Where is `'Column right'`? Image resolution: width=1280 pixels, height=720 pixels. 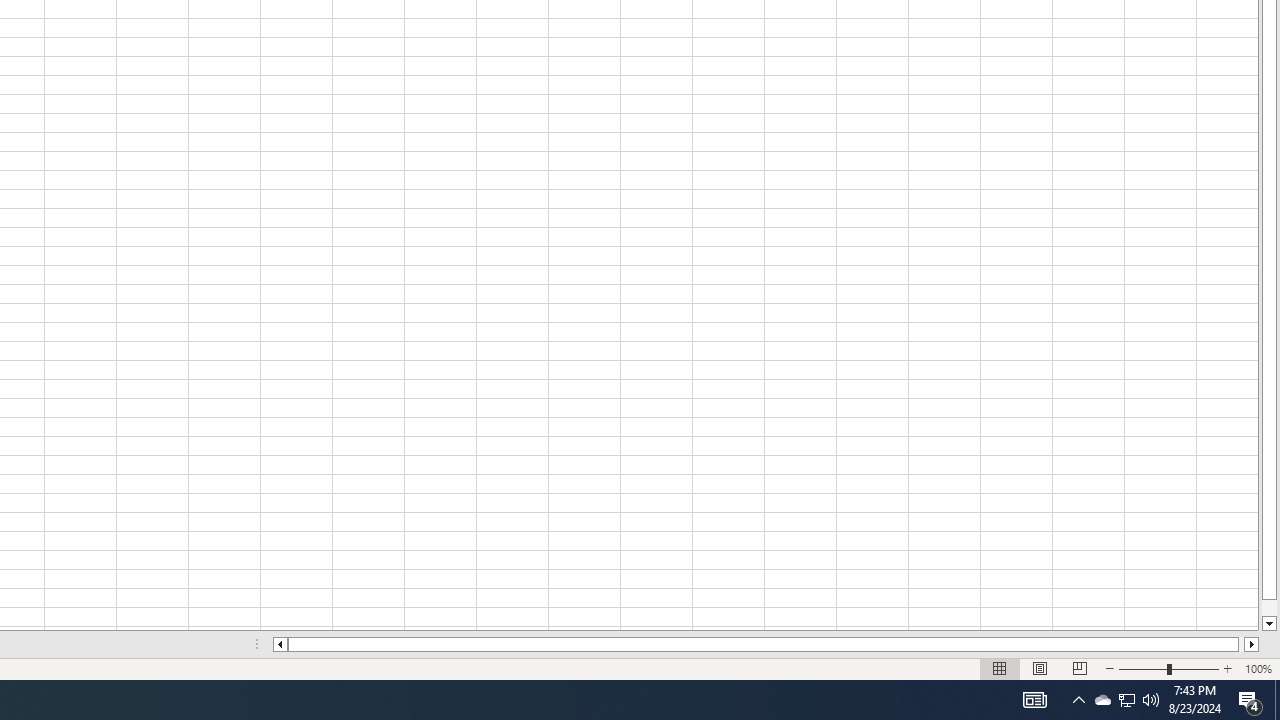
'Column right' is located at coordinates (1251, 644).